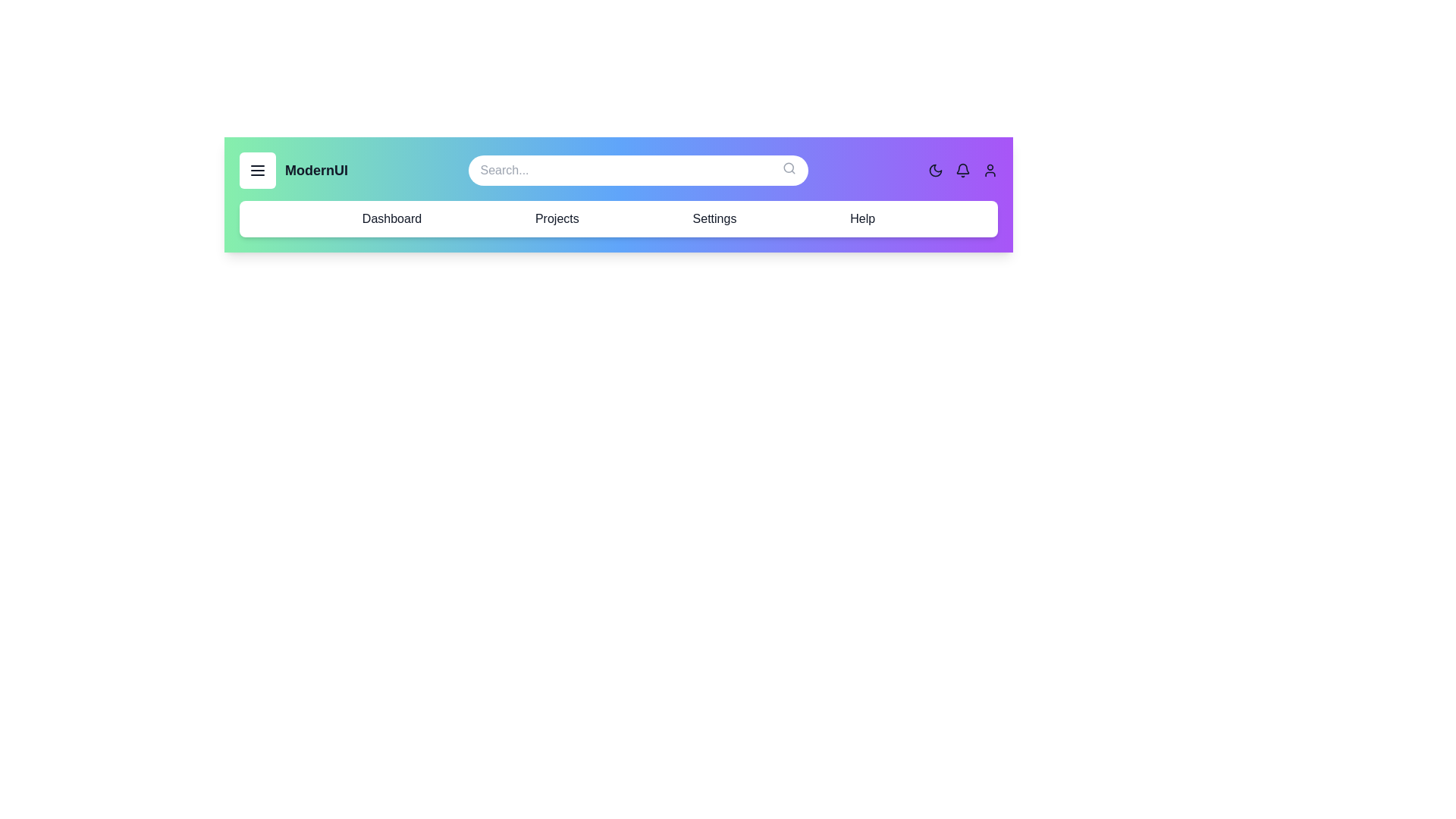  What do you see at coordinates (392, 219) in the screenshot?
I see `the navigation item labeled Dashboard` at bounding box center [392, 219].